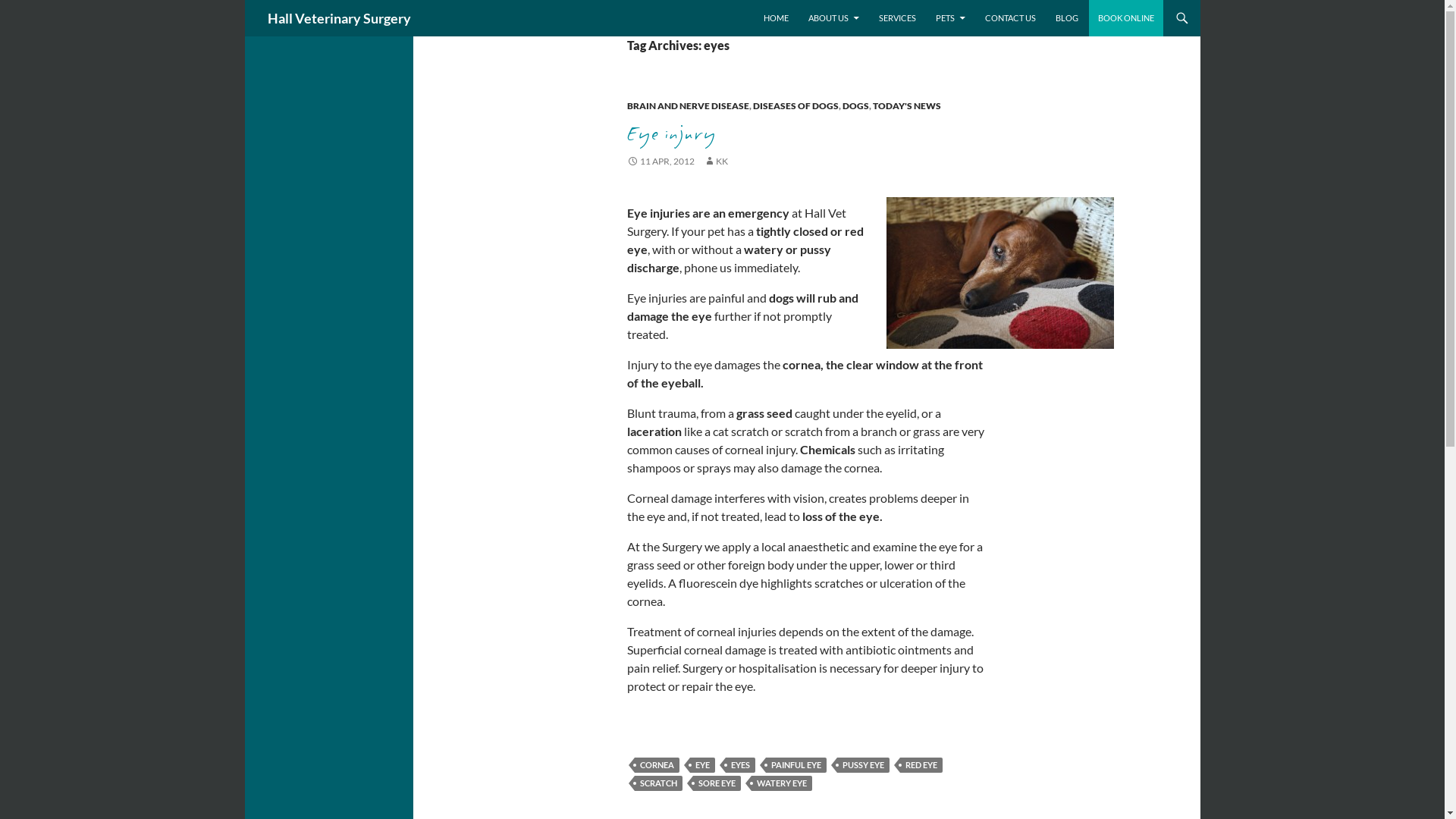 This screenshot has width=1456, height=819. Describe the element at coordinates (1065, 17) in the screenshot. I see `'BLOG'` at that location.